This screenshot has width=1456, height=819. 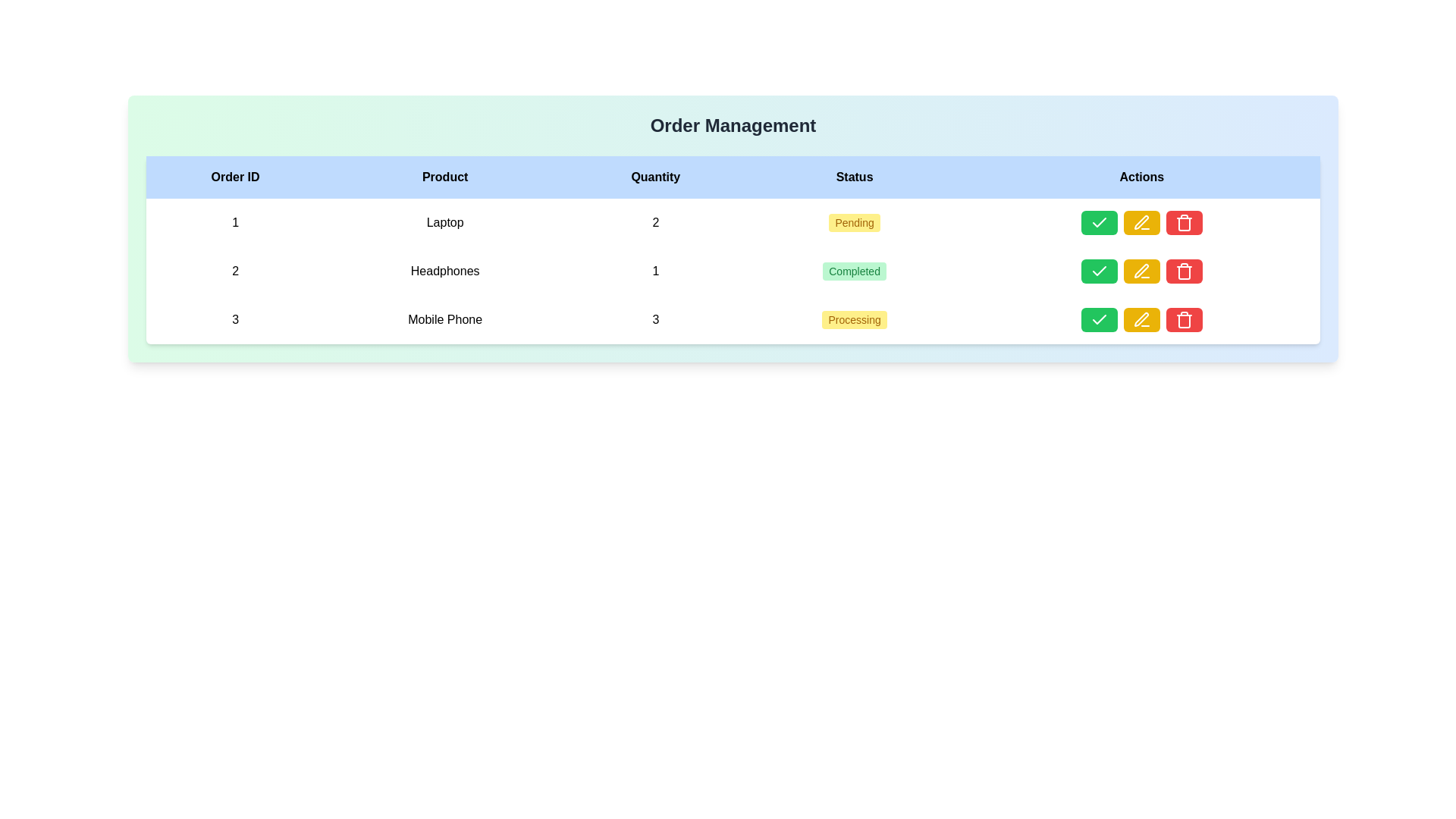 What do you see at coordinates (655, 222) in the screenshot?
I see `the centered-aligned numeral '2' in the third cell of the 'Quantity' column for 'Laptop' in the table` at bounding box center [655, 222].